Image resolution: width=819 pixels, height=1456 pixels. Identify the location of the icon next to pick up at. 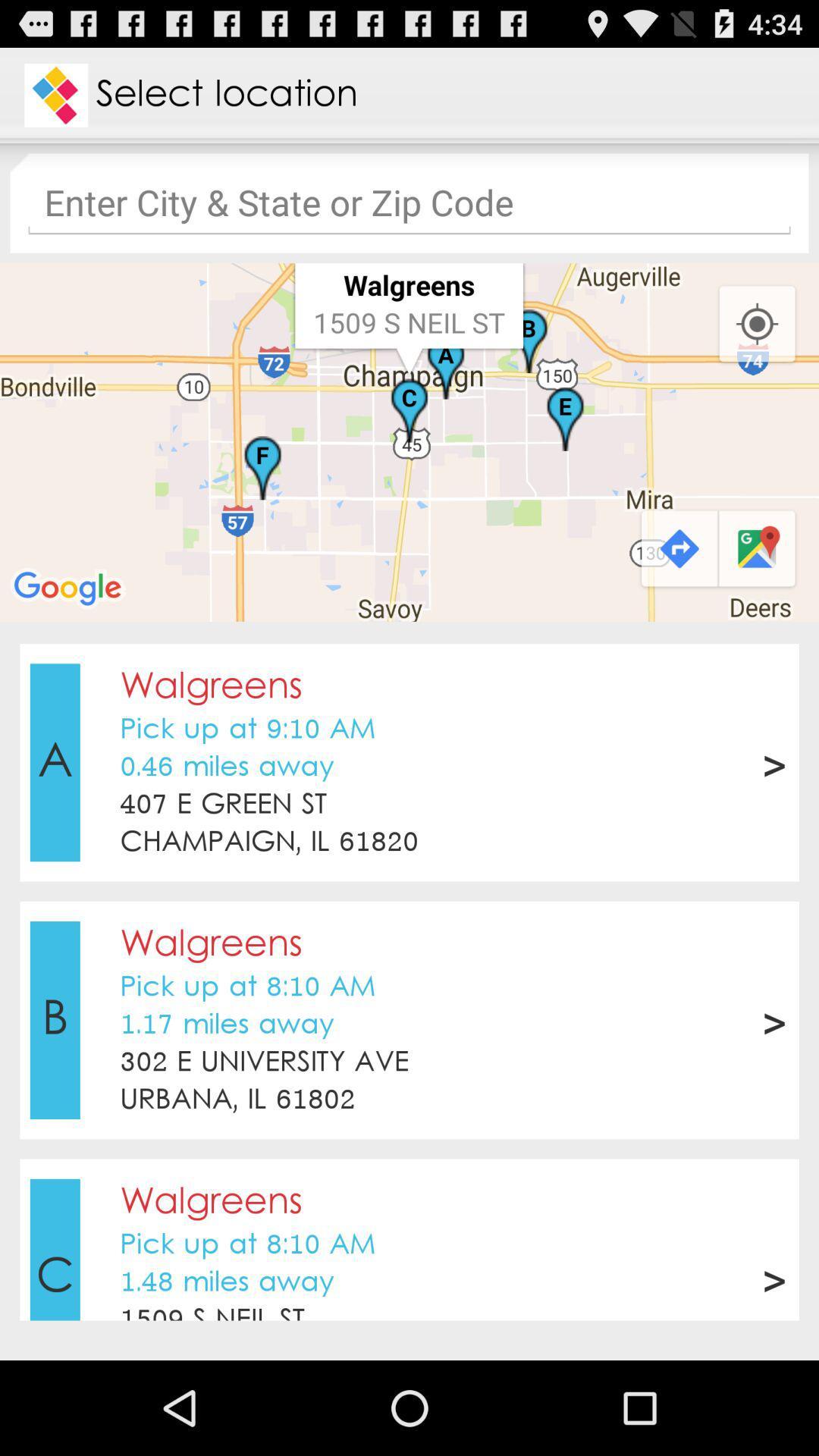
(54, 762).